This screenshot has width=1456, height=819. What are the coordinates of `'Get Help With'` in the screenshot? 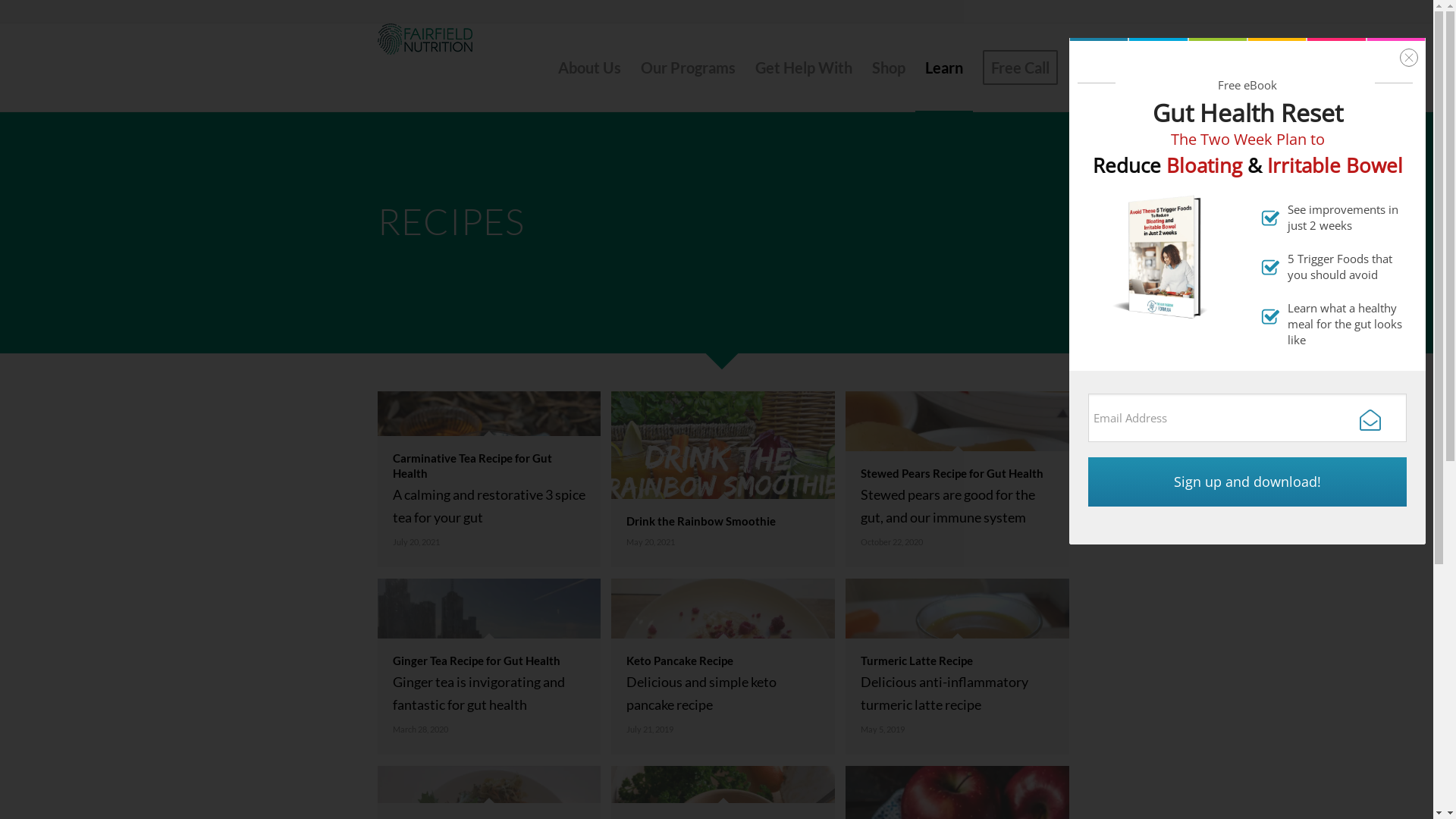 It's located at (745, 66).